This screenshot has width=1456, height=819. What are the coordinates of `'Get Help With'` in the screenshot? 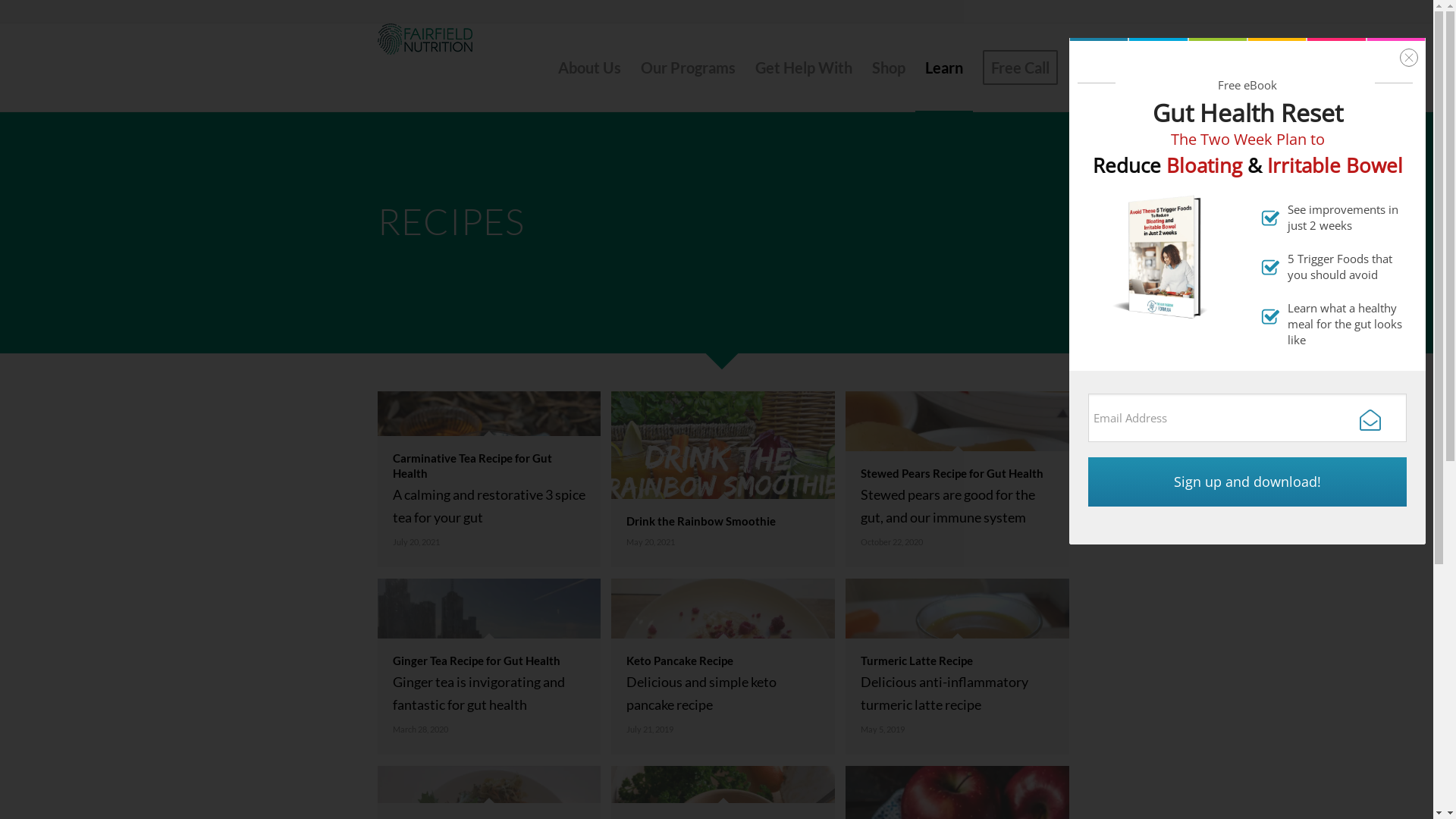 It's located at (745, 66).